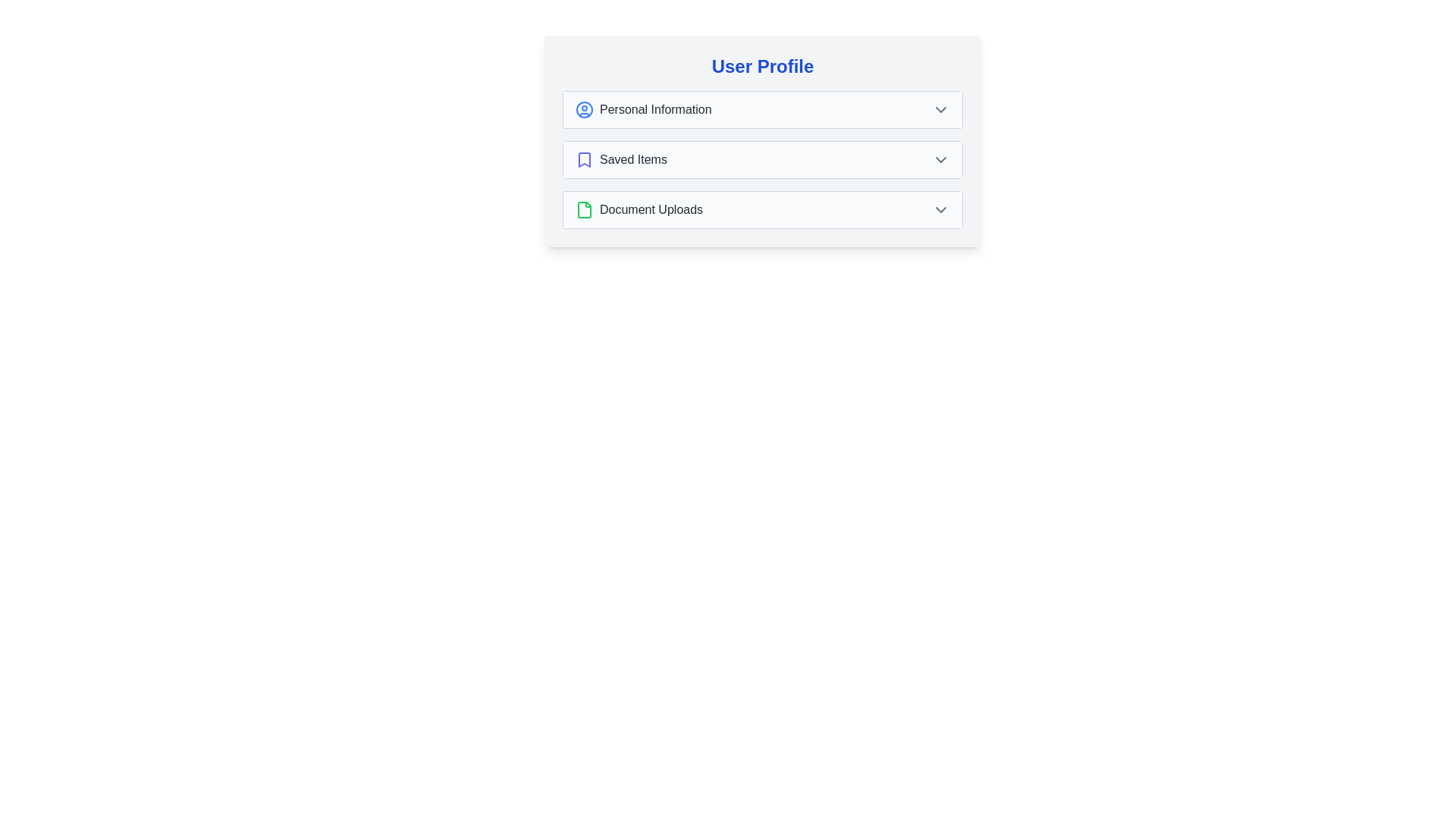 The image size is (1456, 819). Describe the element at coordinates (621, 160) in the screenshot. I see `the second option` at that location.